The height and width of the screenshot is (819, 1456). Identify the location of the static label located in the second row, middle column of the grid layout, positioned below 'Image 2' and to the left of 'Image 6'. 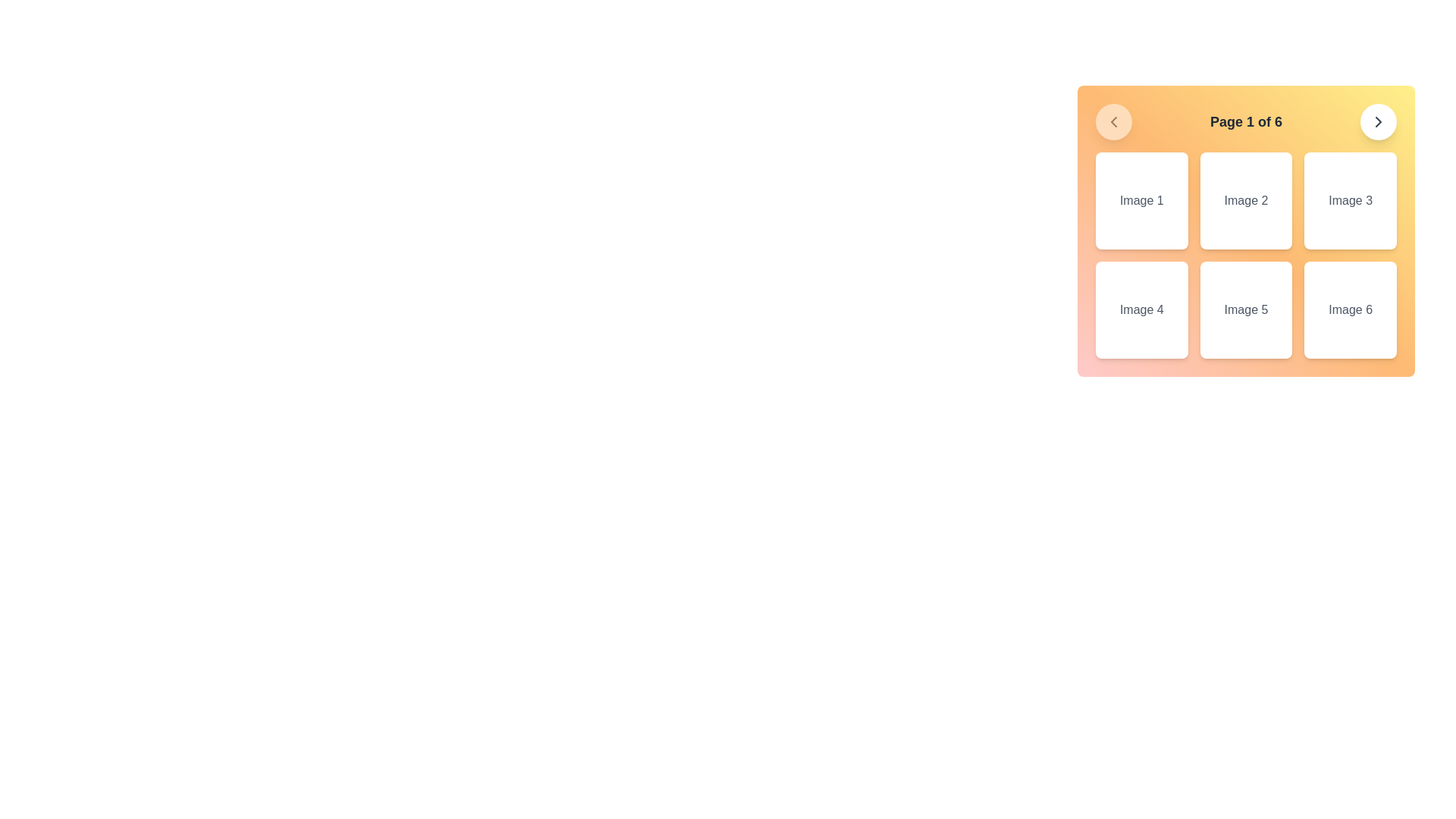
(1246, 309).